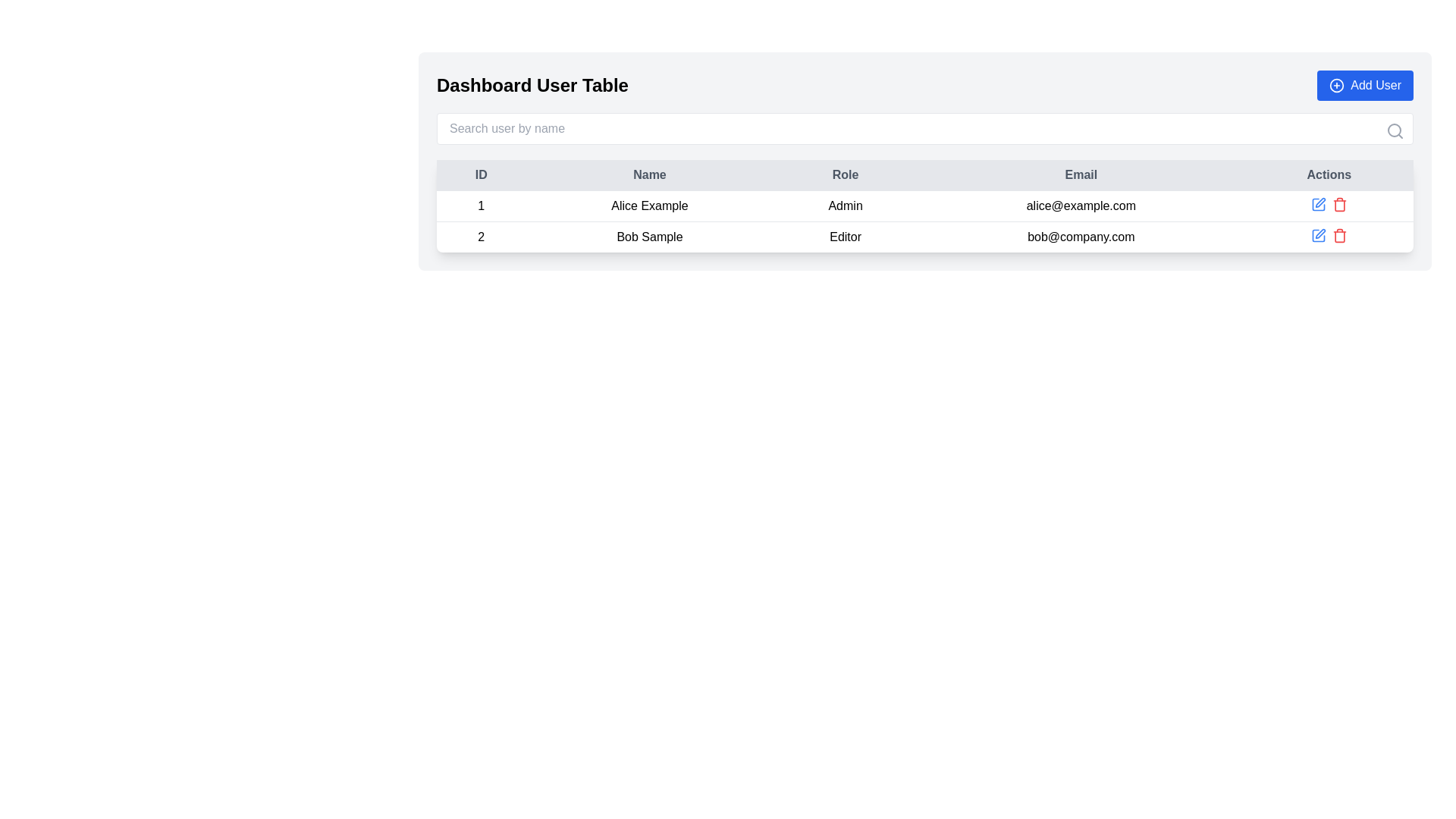 Image resolution: width=1456 pixels, height=819 pixels. I want to click on the 'Role' text label, which is the third column header in a five-column table header row, positioned between the 'Name' and 'Email' column headers, so click(845, 174).